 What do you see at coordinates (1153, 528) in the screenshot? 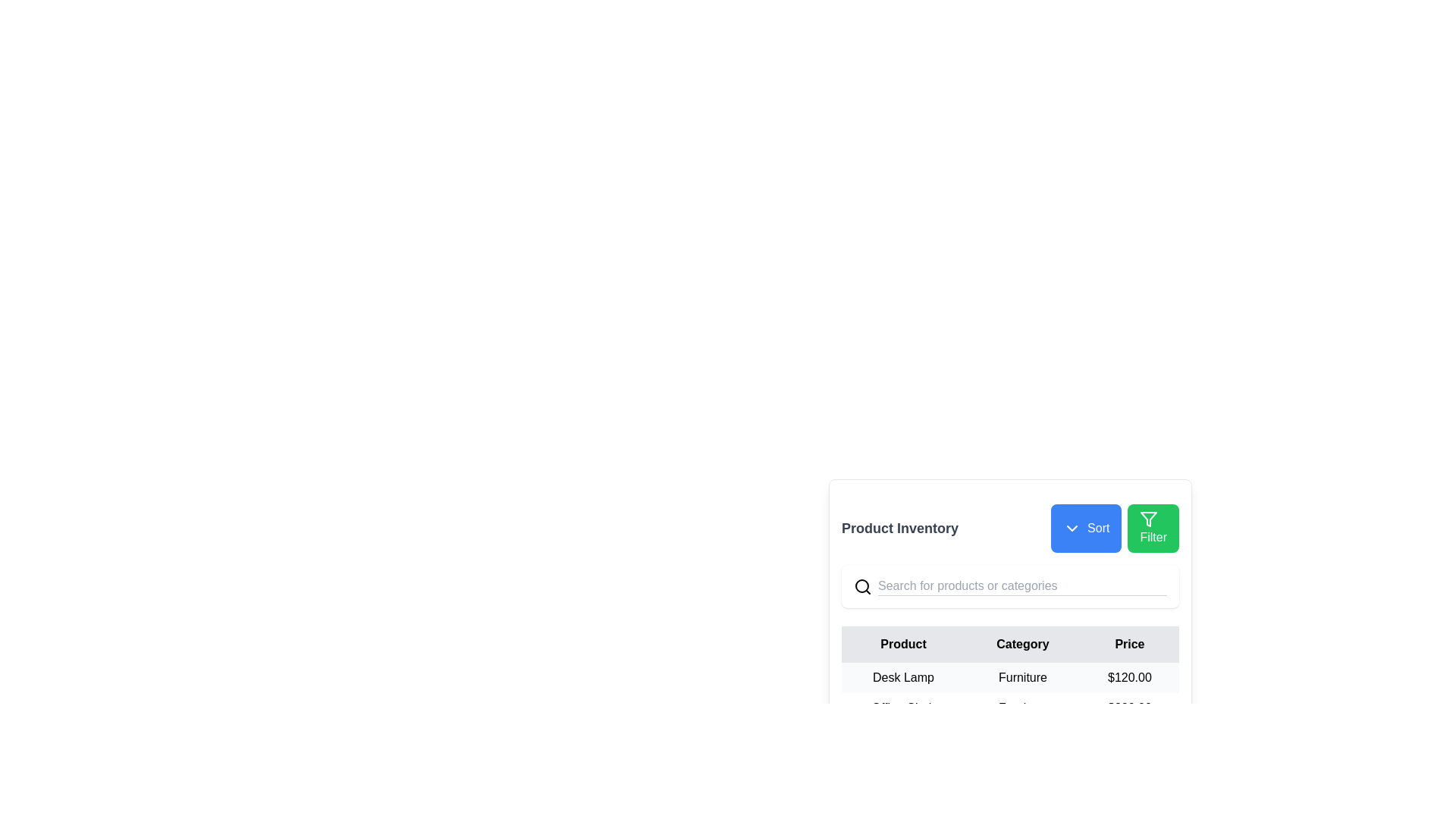
I see `the green 'Filter' button with white text and a filter icon, located at the top-right corner of the product inventory section` at bounding box center [1153, 528].